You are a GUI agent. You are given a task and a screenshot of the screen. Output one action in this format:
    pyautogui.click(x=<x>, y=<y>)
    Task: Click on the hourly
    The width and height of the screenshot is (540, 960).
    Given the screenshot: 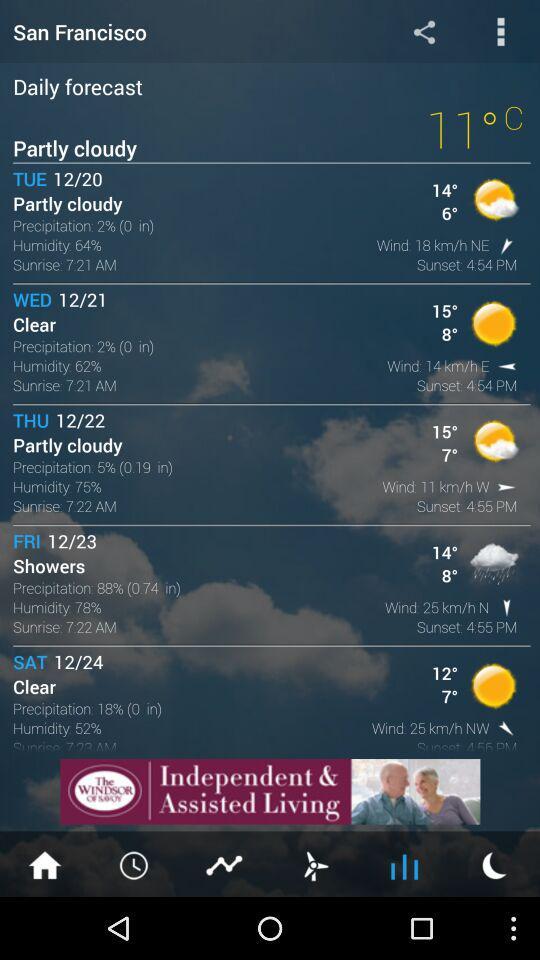 What is the action you would take?
    pyautogui.click(x=135, y=863)
    